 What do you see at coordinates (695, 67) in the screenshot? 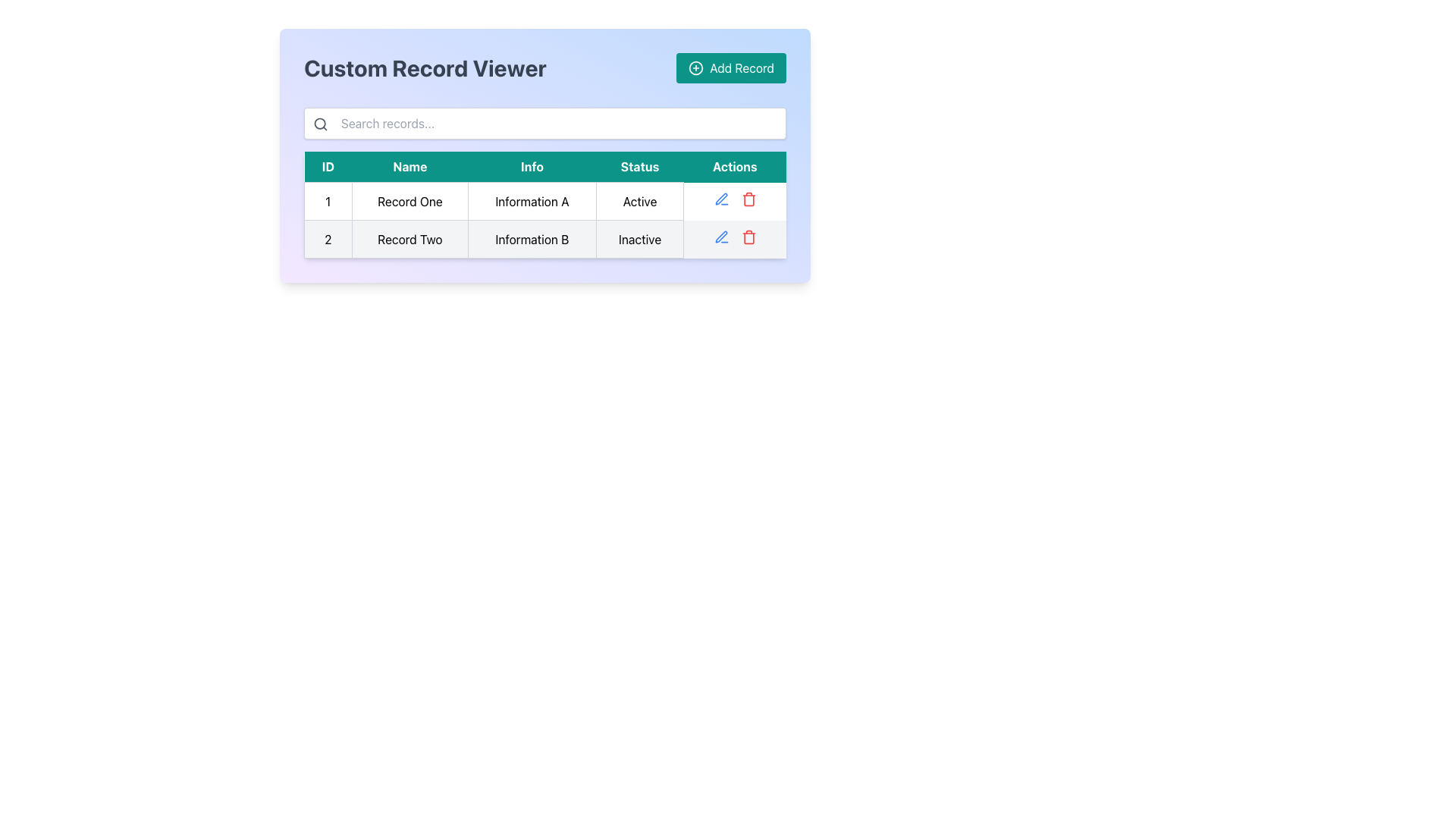
I see `the graphical representation of the plus icon inside the 'Add Record' button, which is a circular graphic with a plus sign and is styled with a minimalistic design, located near the top-right corner of the interface` at bounding box center [695, 67].